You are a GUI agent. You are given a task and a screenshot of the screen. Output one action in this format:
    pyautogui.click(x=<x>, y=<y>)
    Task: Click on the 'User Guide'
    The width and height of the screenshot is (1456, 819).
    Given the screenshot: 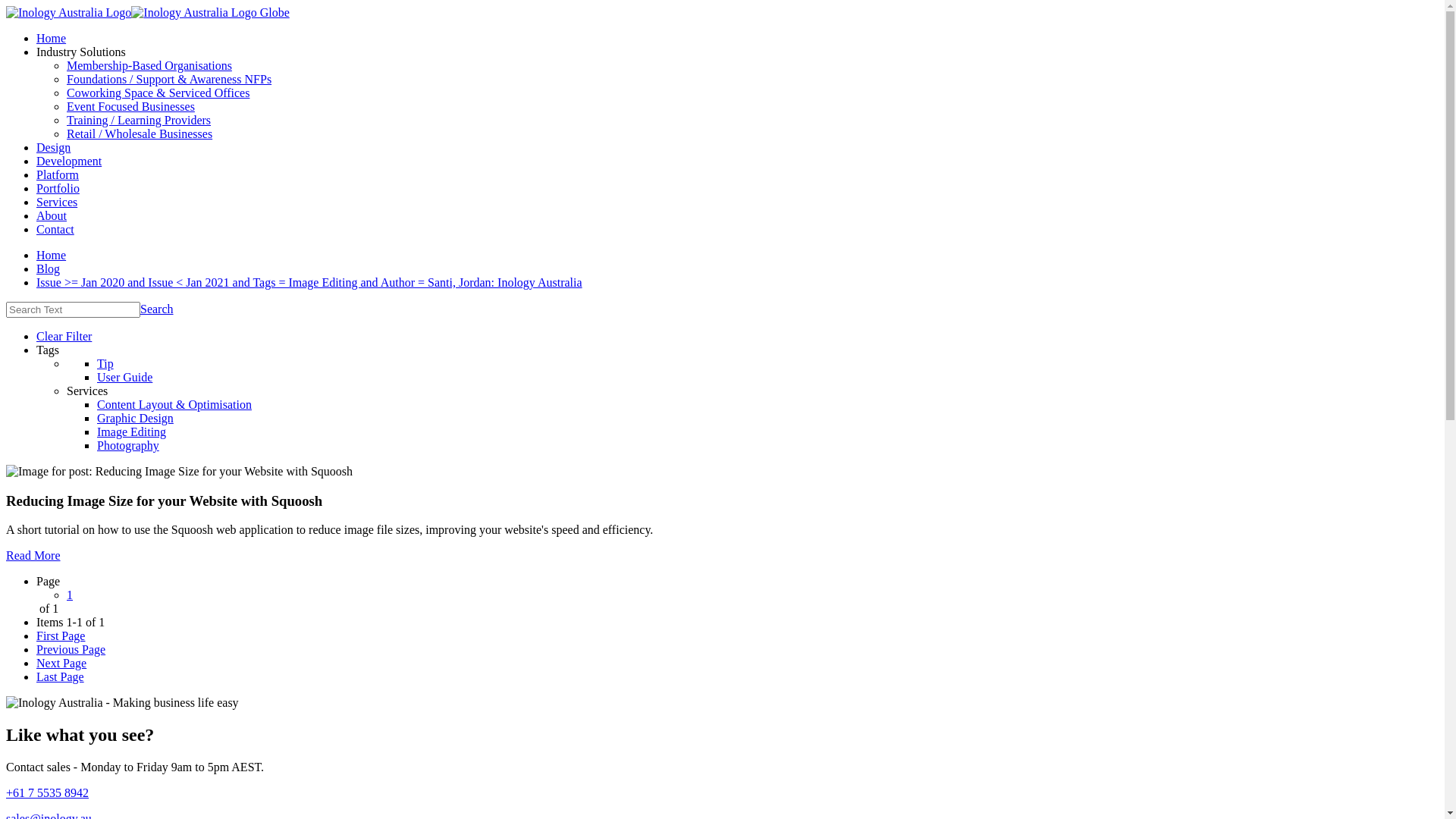 What is the action you would take?
    pyautogui.click(x=124, y=376)
    